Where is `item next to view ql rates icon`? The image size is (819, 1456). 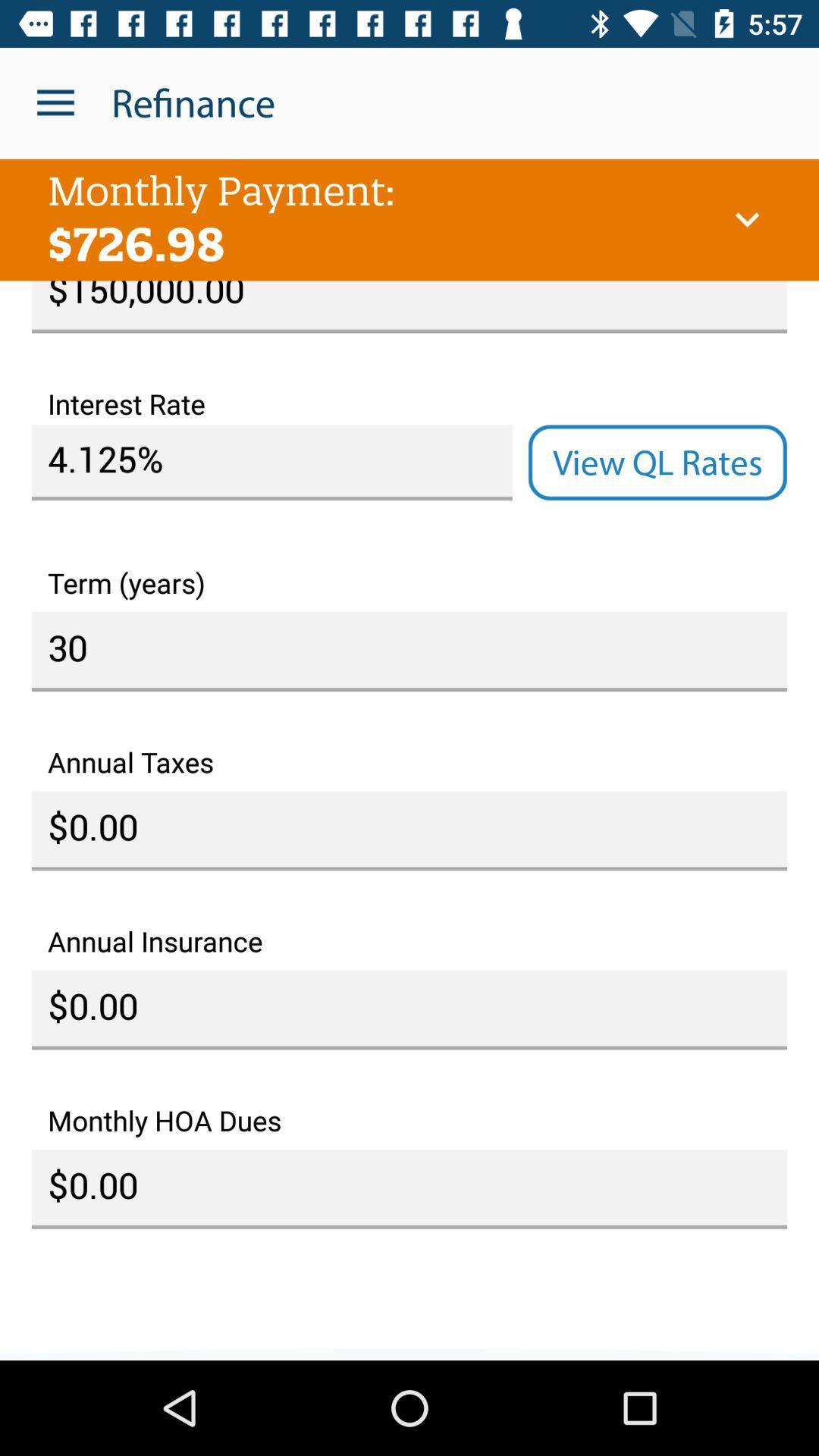
item next to view ql rates icon is located at coordinates (271, 462).